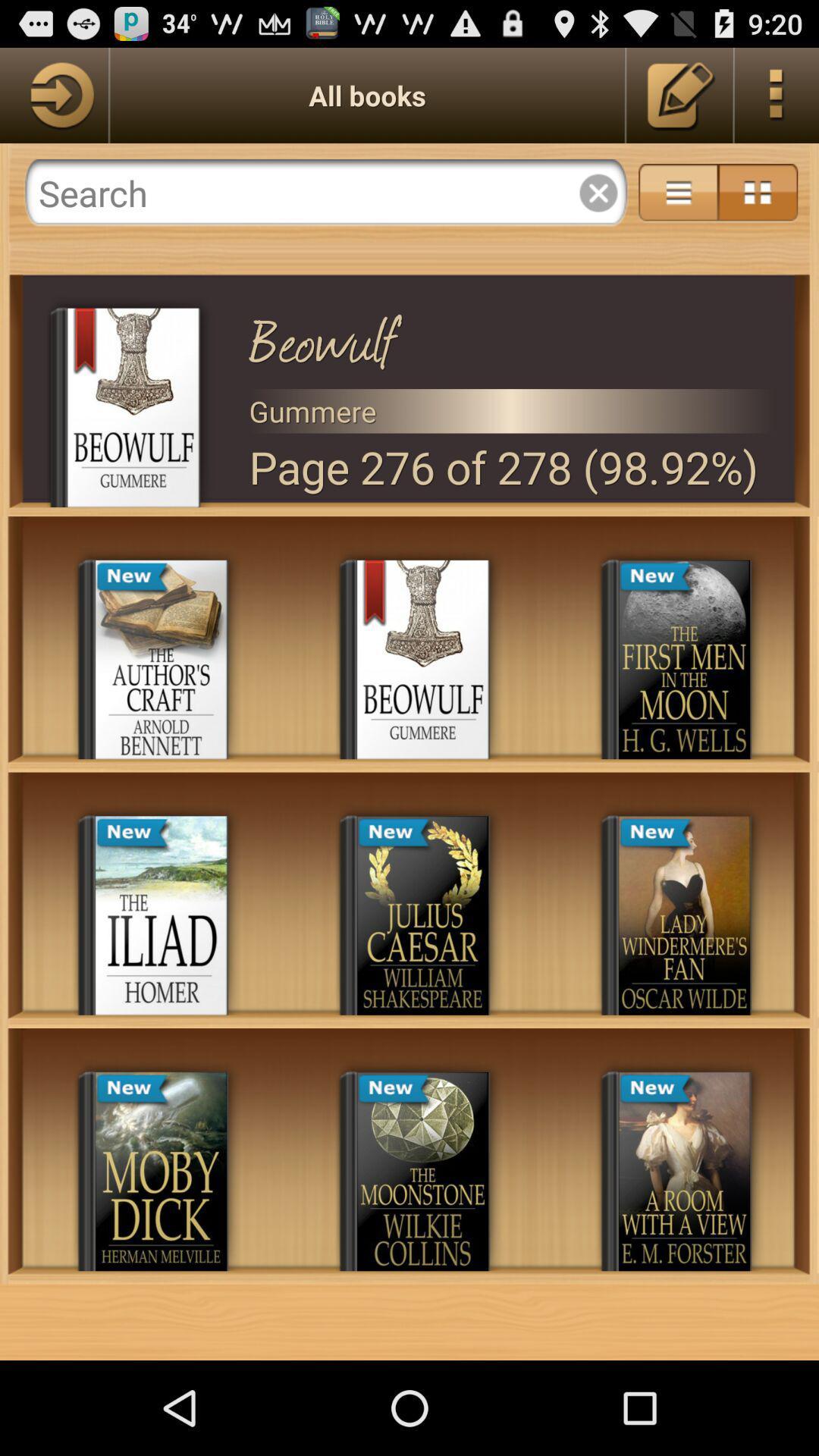  What do you see at coordinates (758, 192) in the screenshot?
I see `change to gallery view` at bounding box center [758, 192].